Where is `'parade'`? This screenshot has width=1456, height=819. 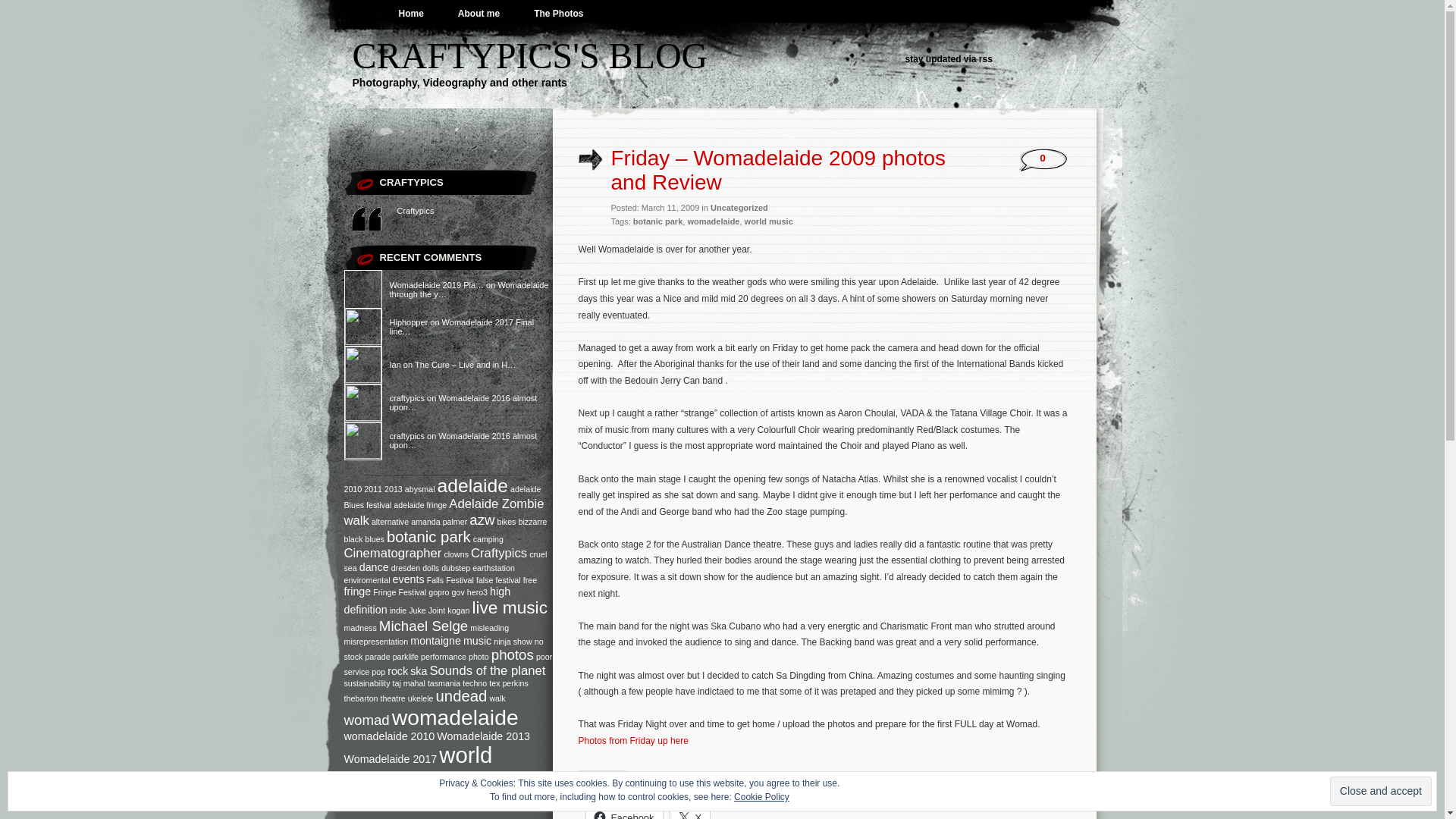
'parade' is located at coordinates (377, 656).